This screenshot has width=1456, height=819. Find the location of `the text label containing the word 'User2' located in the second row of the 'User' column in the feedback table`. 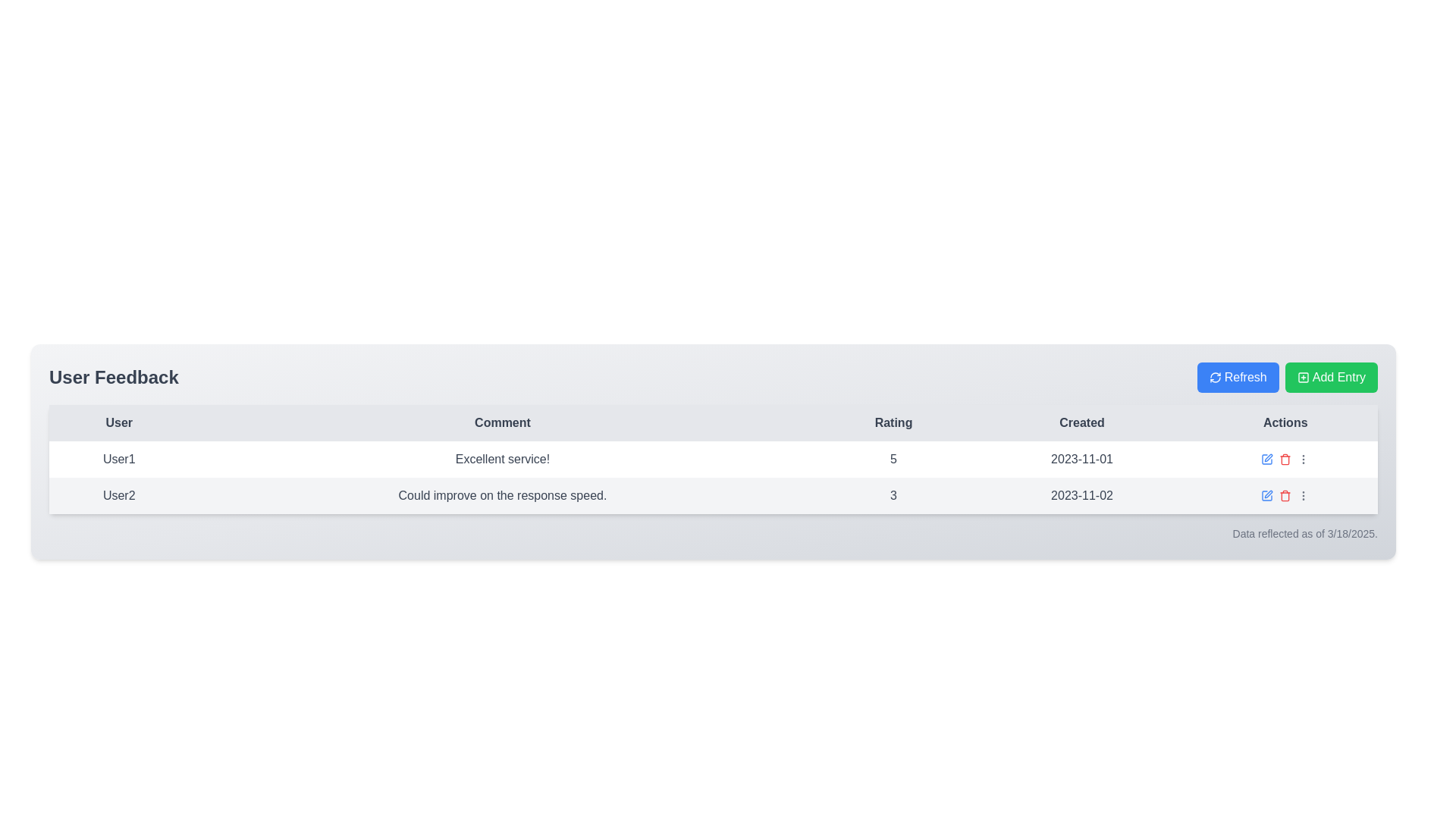

the text label containing the word 'User2' located in the second row of the 'User' column in the feedback table is located at coordinates (118, 496).